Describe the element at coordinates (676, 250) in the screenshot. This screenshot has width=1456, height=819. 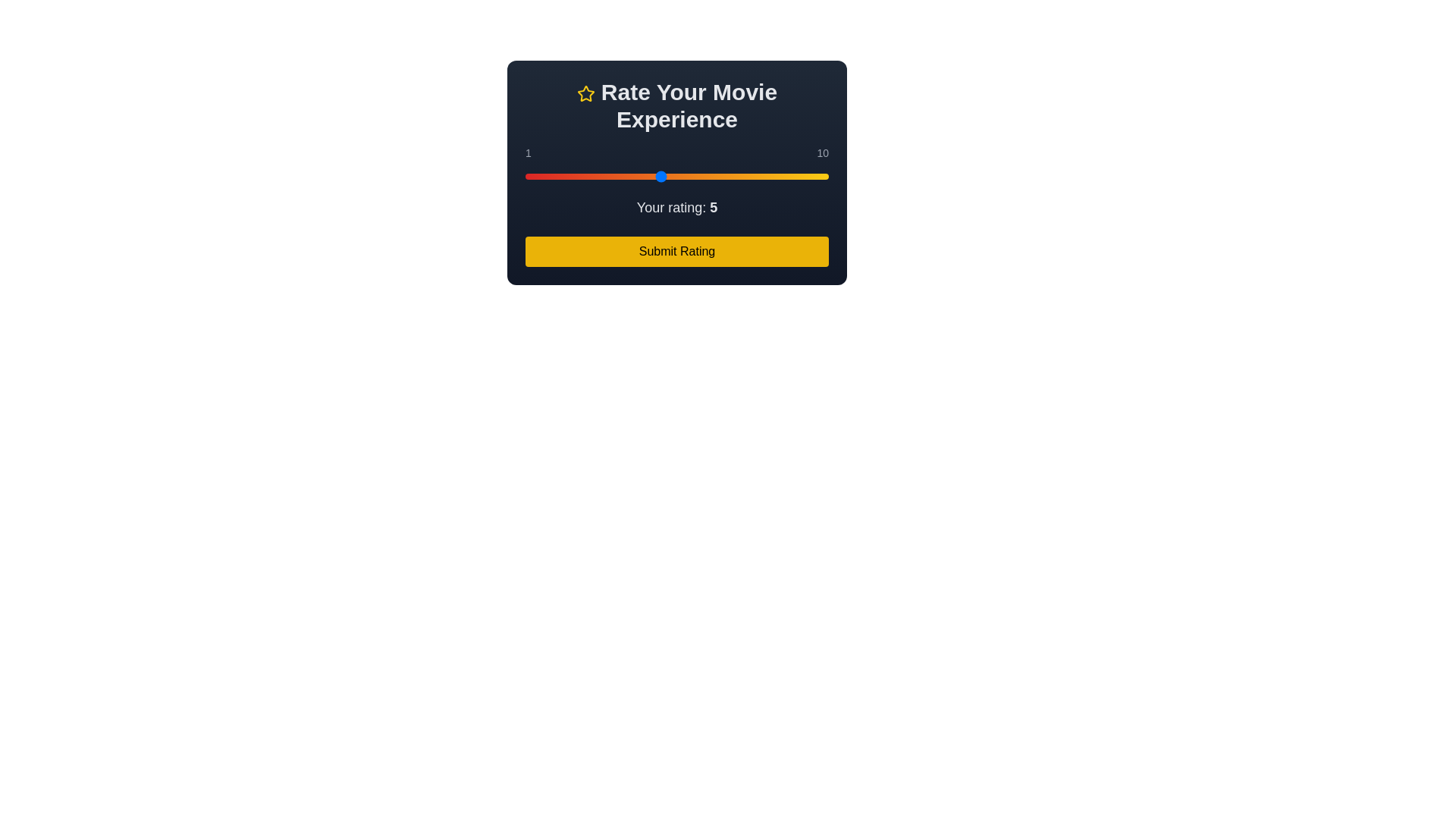
I see `'Submit Rating' button to submit the movie rating` at that location.